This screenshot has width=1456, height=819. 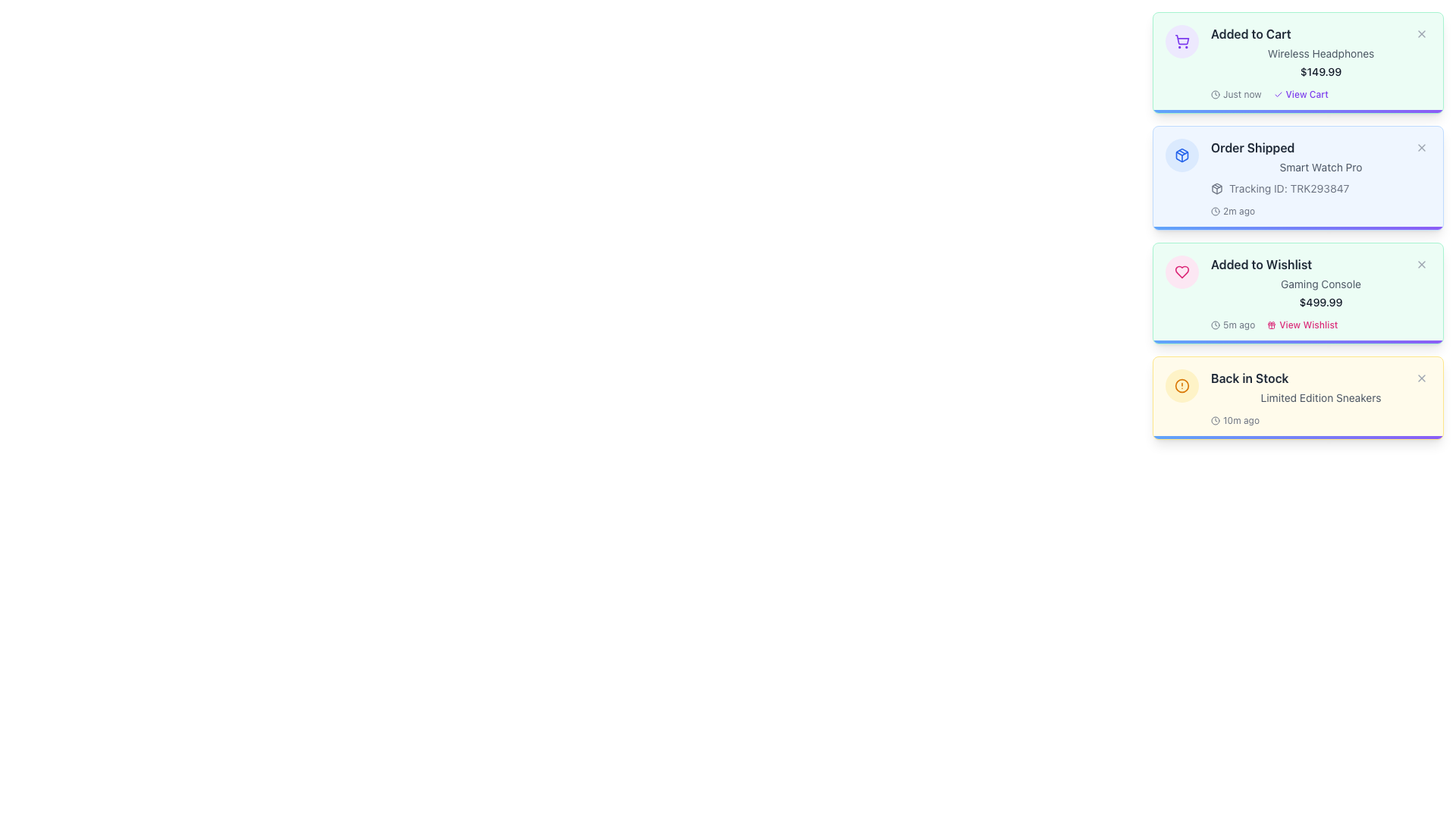 I want to click on the alert icon located at the top-left corner inside the 'Back in Stock' card, which indicates the nature of the associated message, so click(x=1181, y=385).